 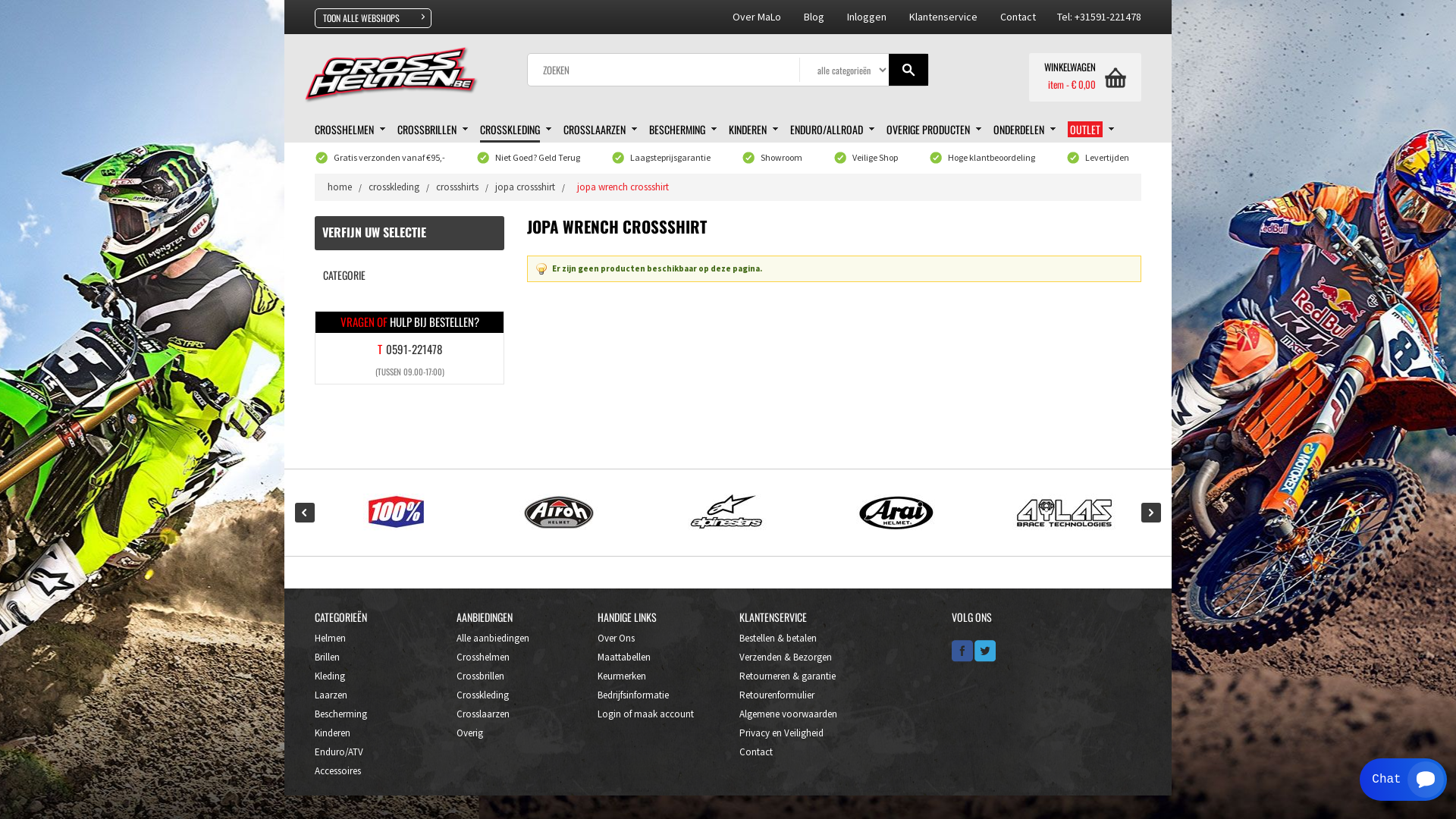 I want to click on 'Enduro/ATV', so click(x=313, y=751).